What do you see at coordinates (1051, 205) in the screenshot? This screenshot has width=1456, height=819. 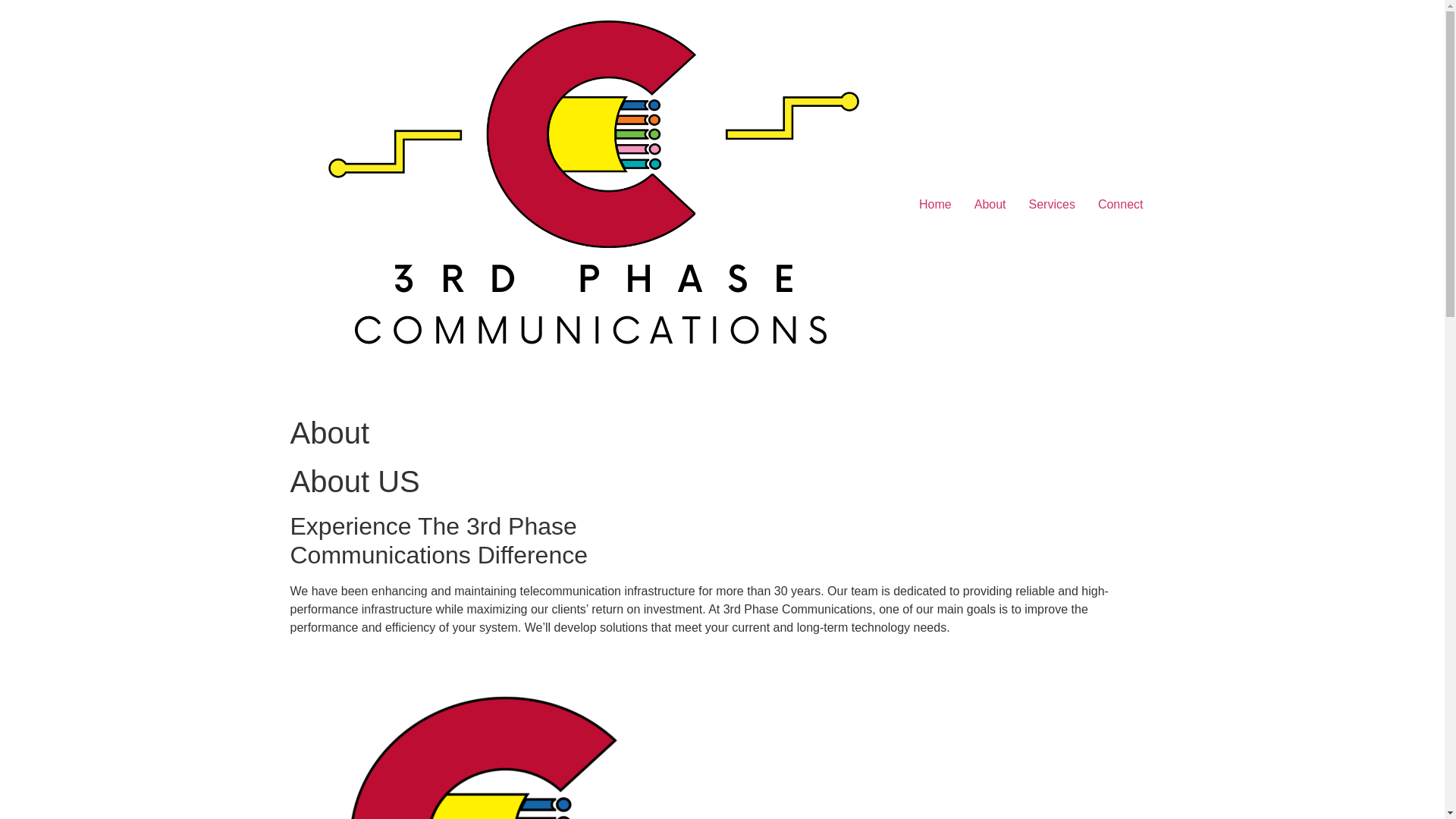 I see `'Services'` at bounding box center [1051, 205].